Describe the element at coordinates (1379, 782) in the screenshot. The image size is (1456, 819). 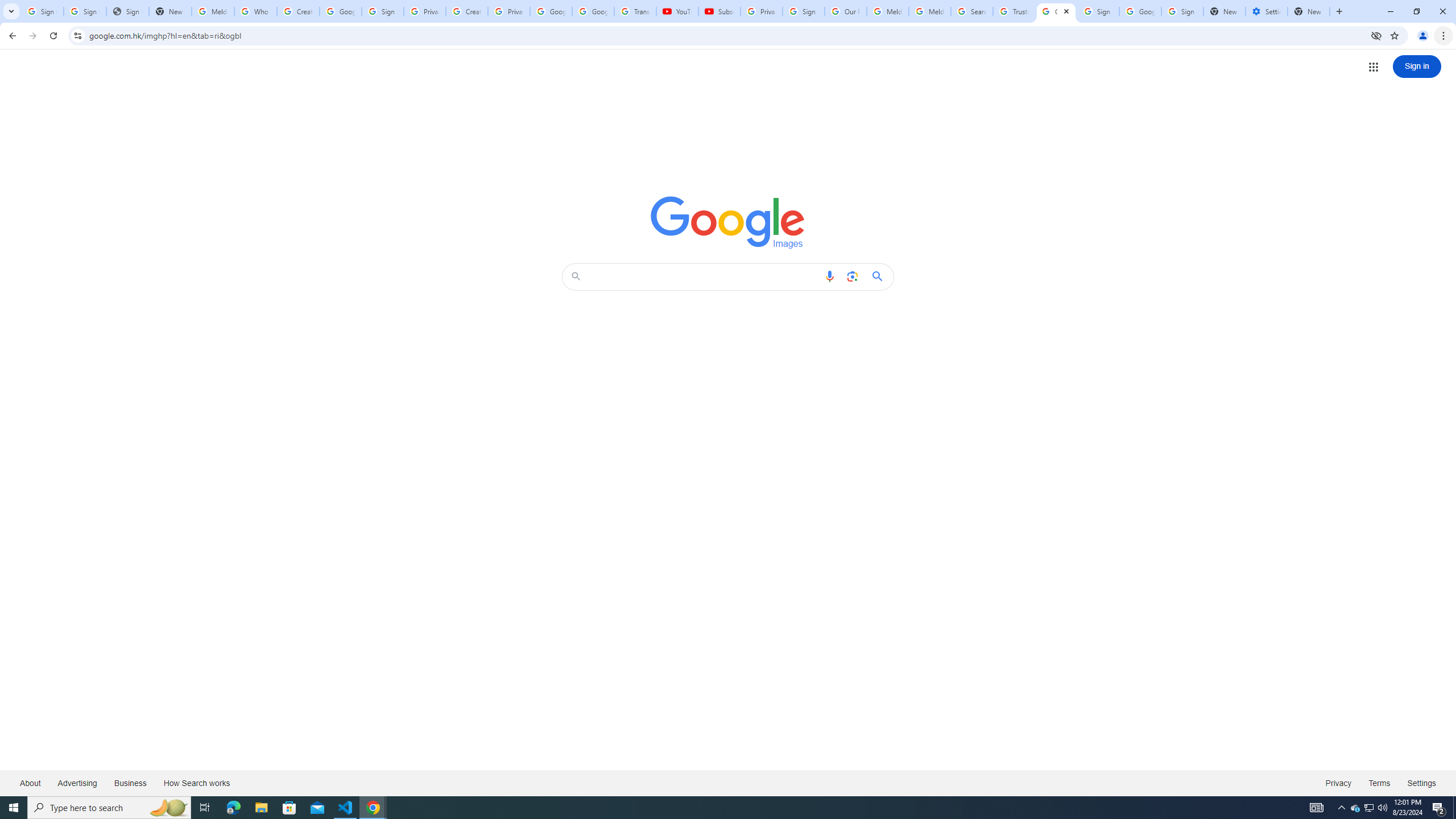
I see `'Terms'` at that location.